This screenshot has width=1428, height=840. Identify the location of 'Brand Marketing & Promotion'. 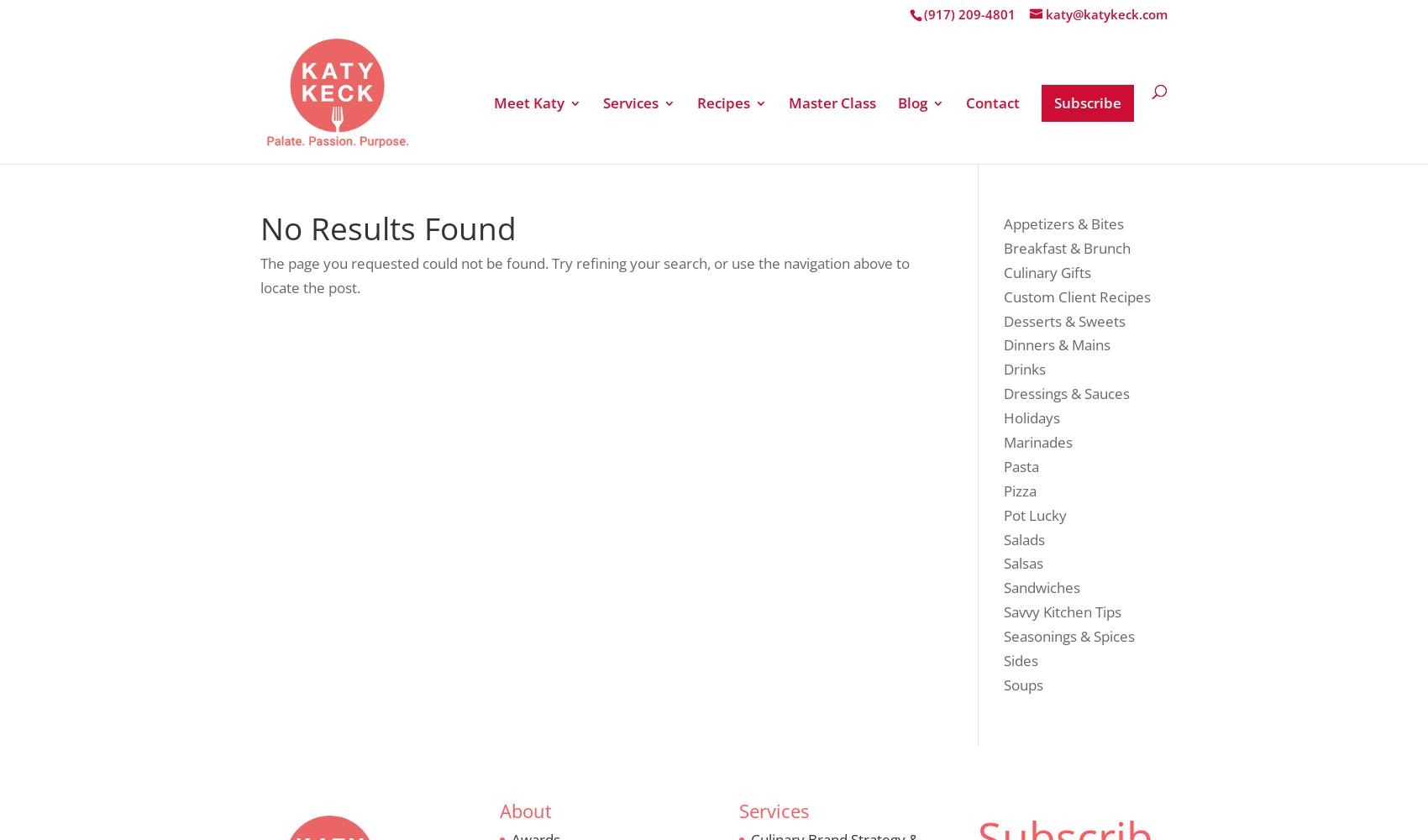
(701, 291).